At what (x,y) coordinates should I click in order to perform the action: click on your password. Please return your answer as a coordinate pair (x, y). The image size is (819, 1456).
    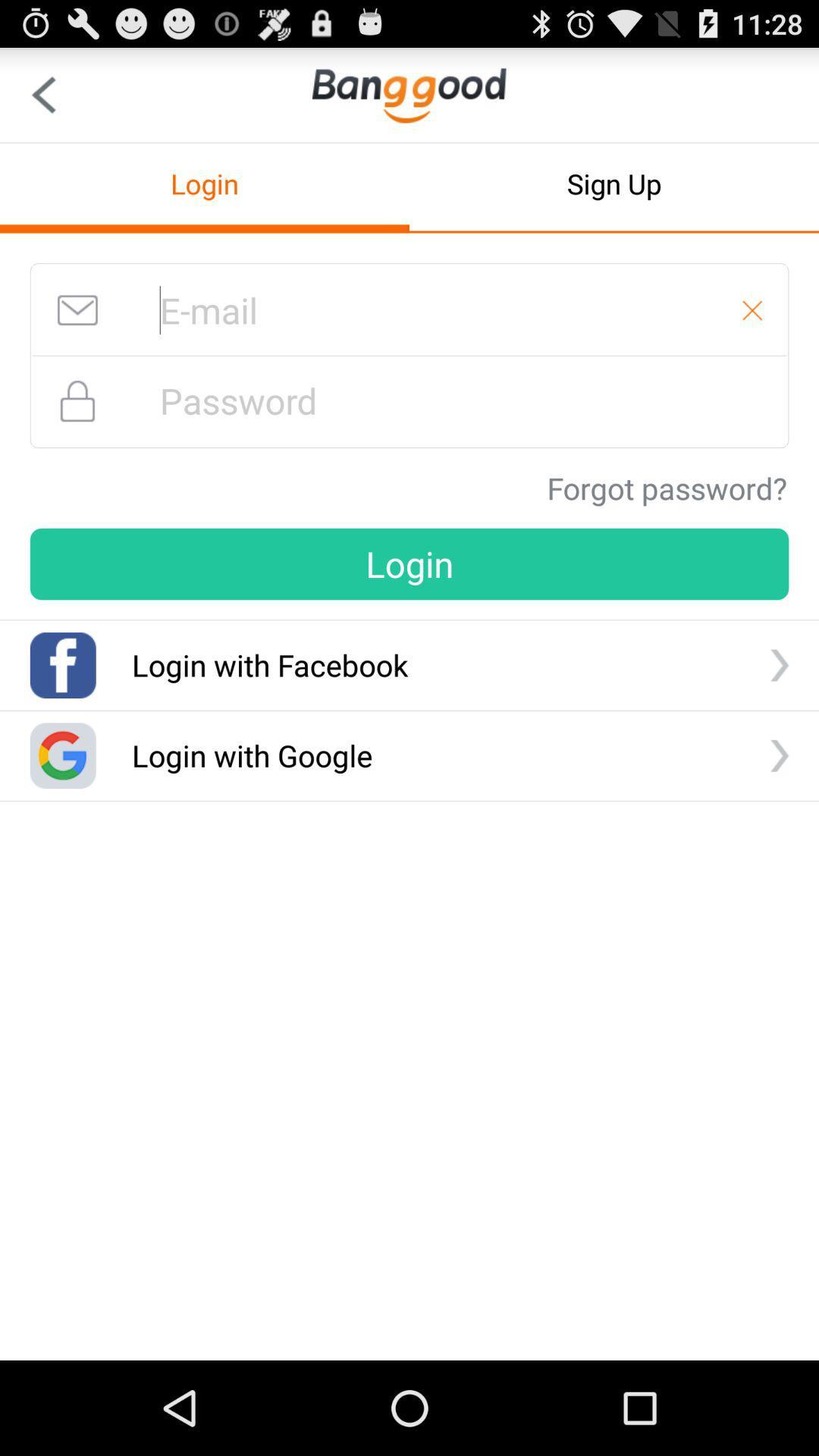
    Looking at the image, I should click on (409, 400).